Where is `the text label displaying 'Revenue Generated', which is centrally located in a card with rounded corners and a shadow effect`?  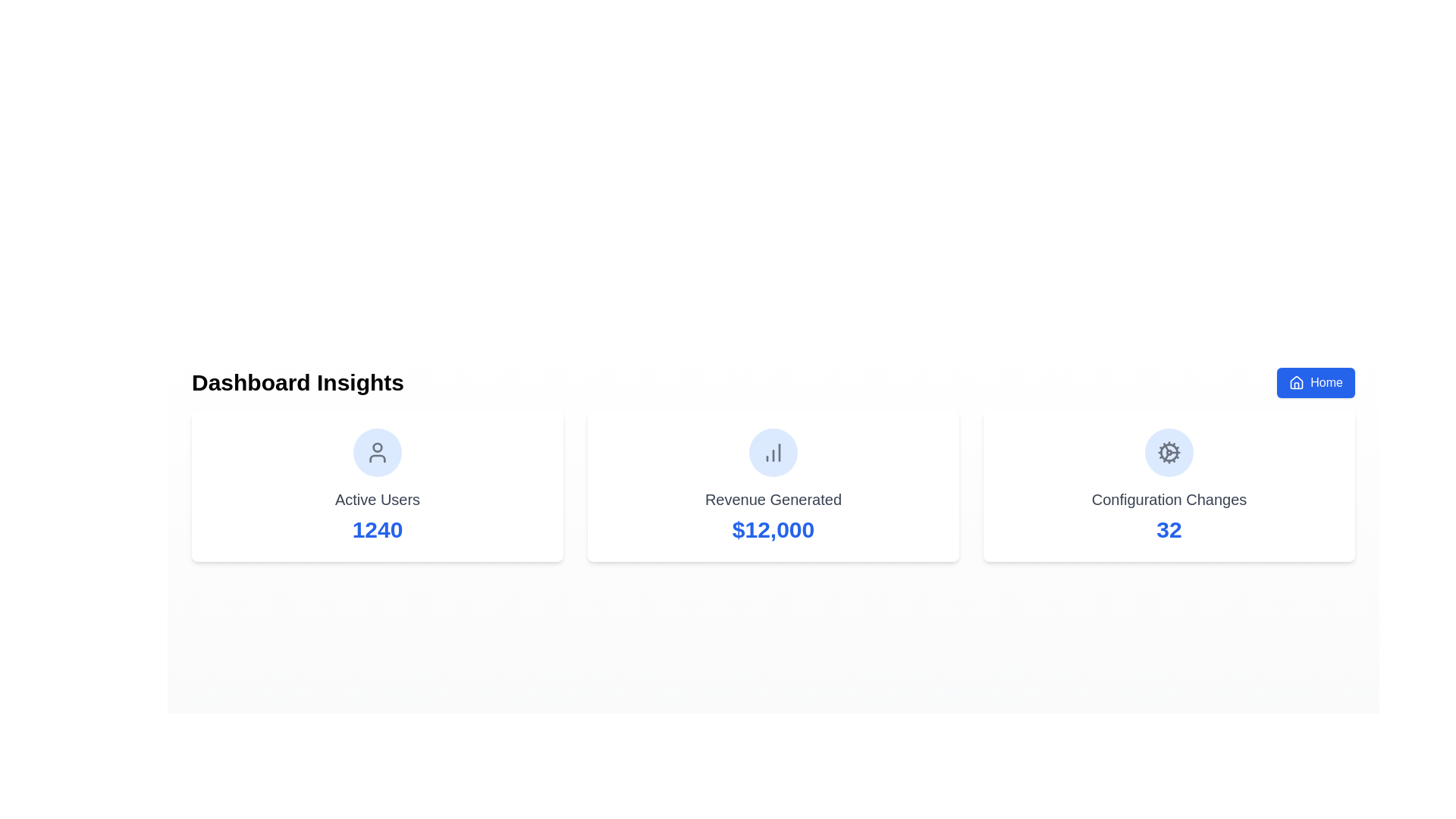 the text label displaying 'Revenue Generated', which is centrally located in a card with rounded corners and a shadow effect is located at coordinates (773, 500).